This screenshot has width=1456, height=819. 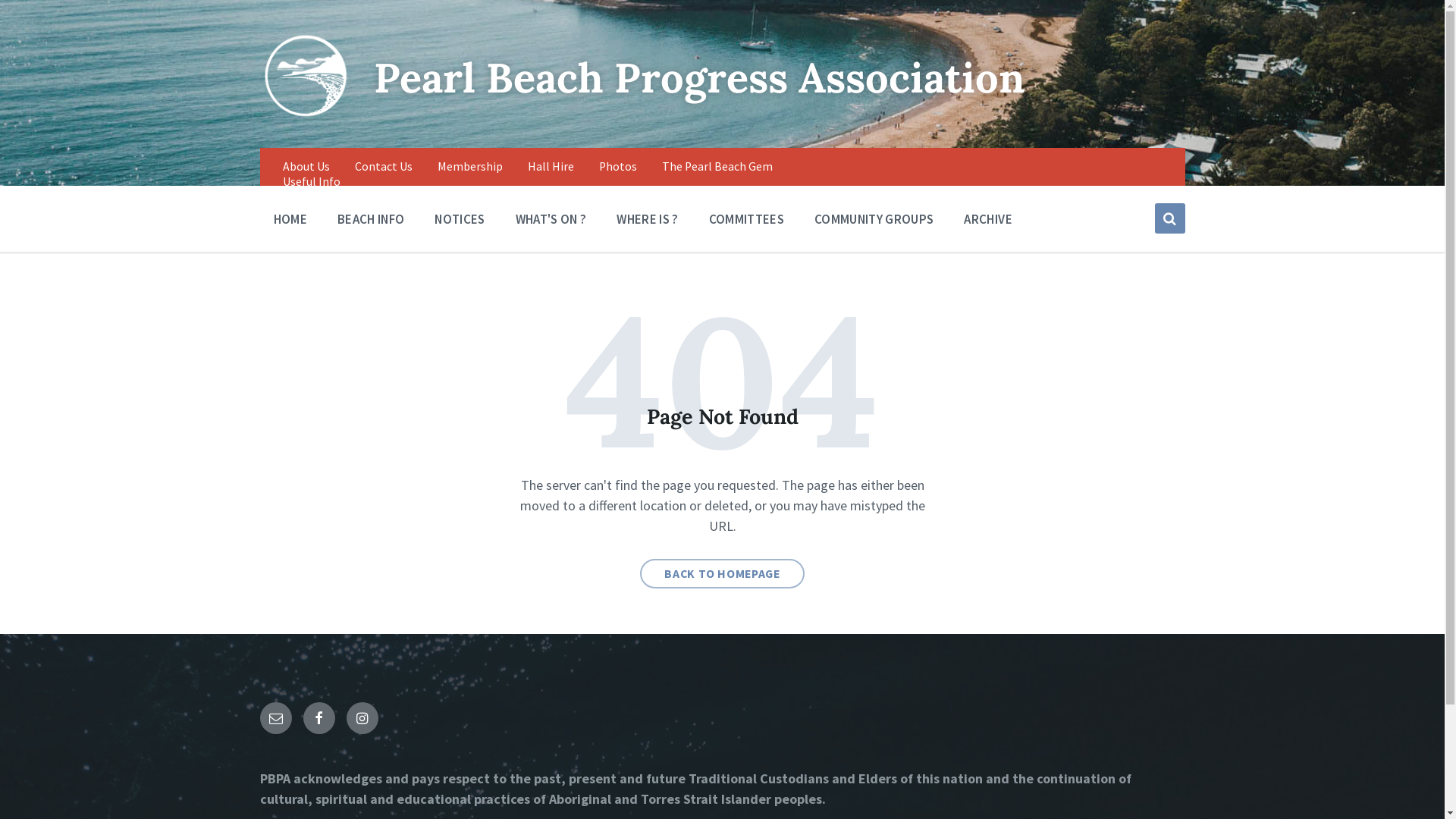 What do you see at coordinates (309, 180) in the screenshot?
I see `'Useful Info'` at bounding box center [309, 180].